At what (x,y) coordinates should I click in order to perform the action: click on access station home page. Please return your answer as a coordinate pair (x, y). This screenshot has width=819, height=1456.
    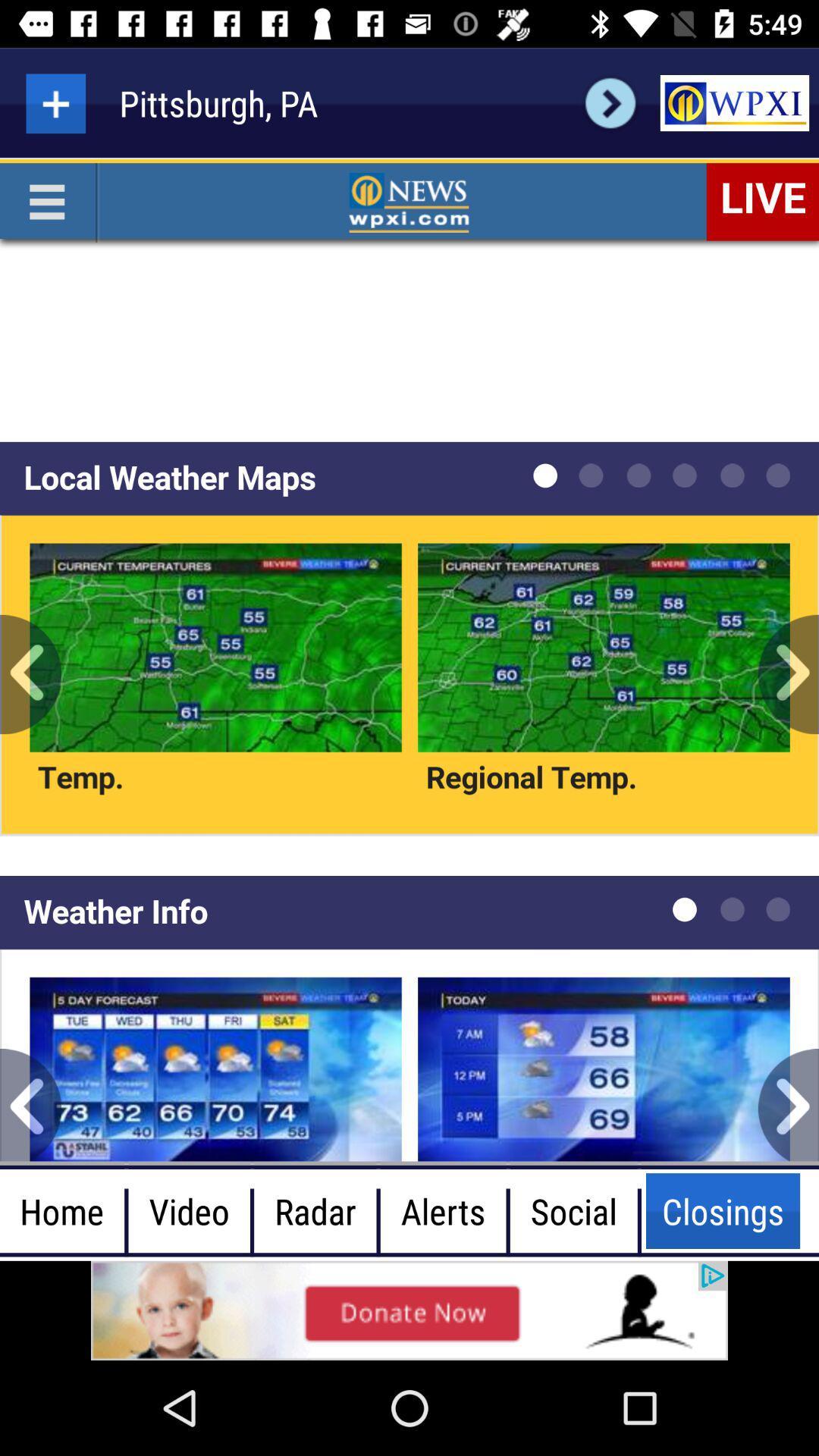
    Looking at the image, I should click on (733, 102).